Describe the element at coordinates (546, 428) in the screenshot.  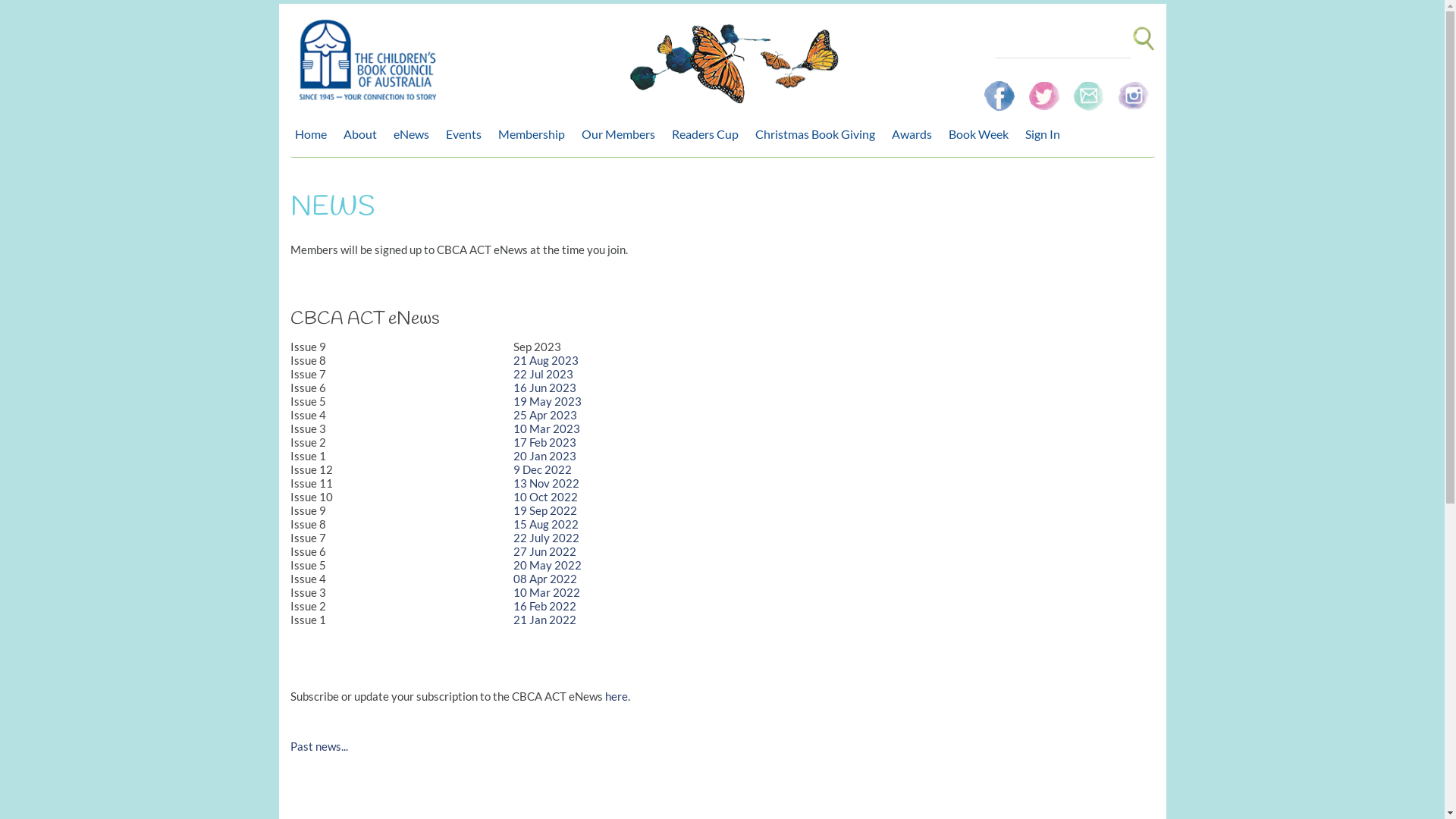
I see `'10 Mar 2023'` at that location.